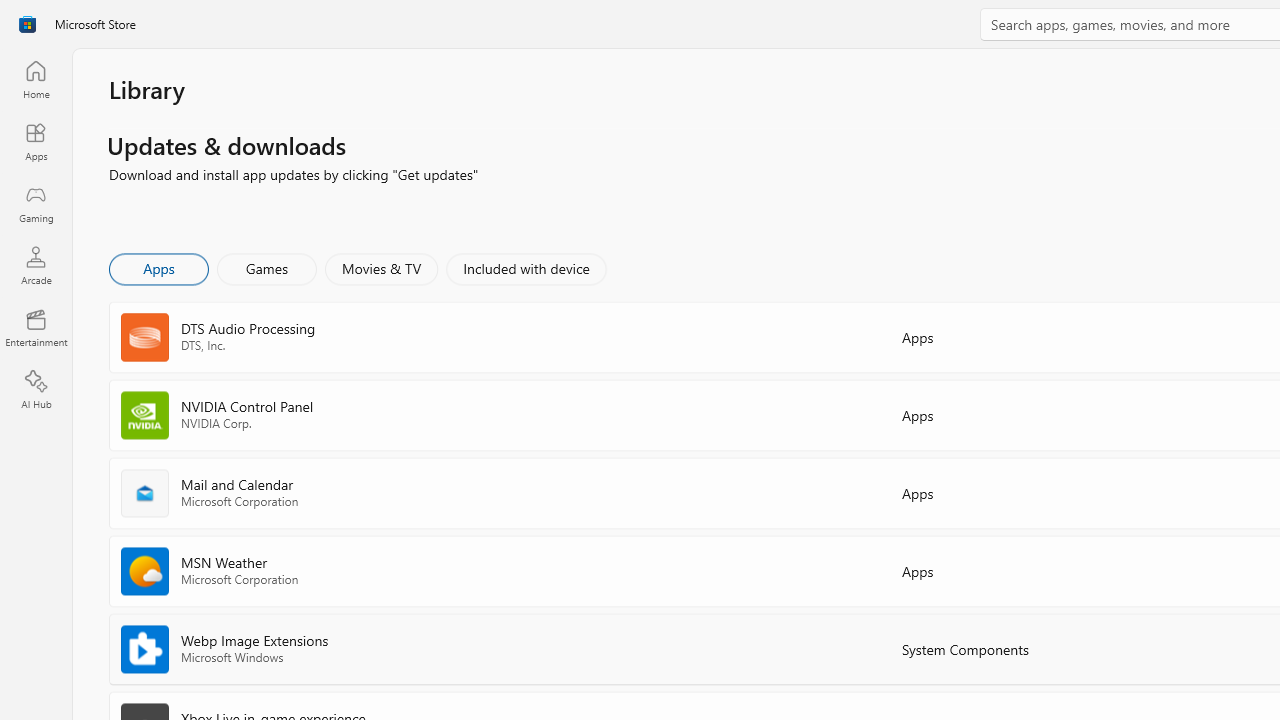 This screenshot has height=720, width=1280. I want to click on 'AI Hub', so click(35, 390).